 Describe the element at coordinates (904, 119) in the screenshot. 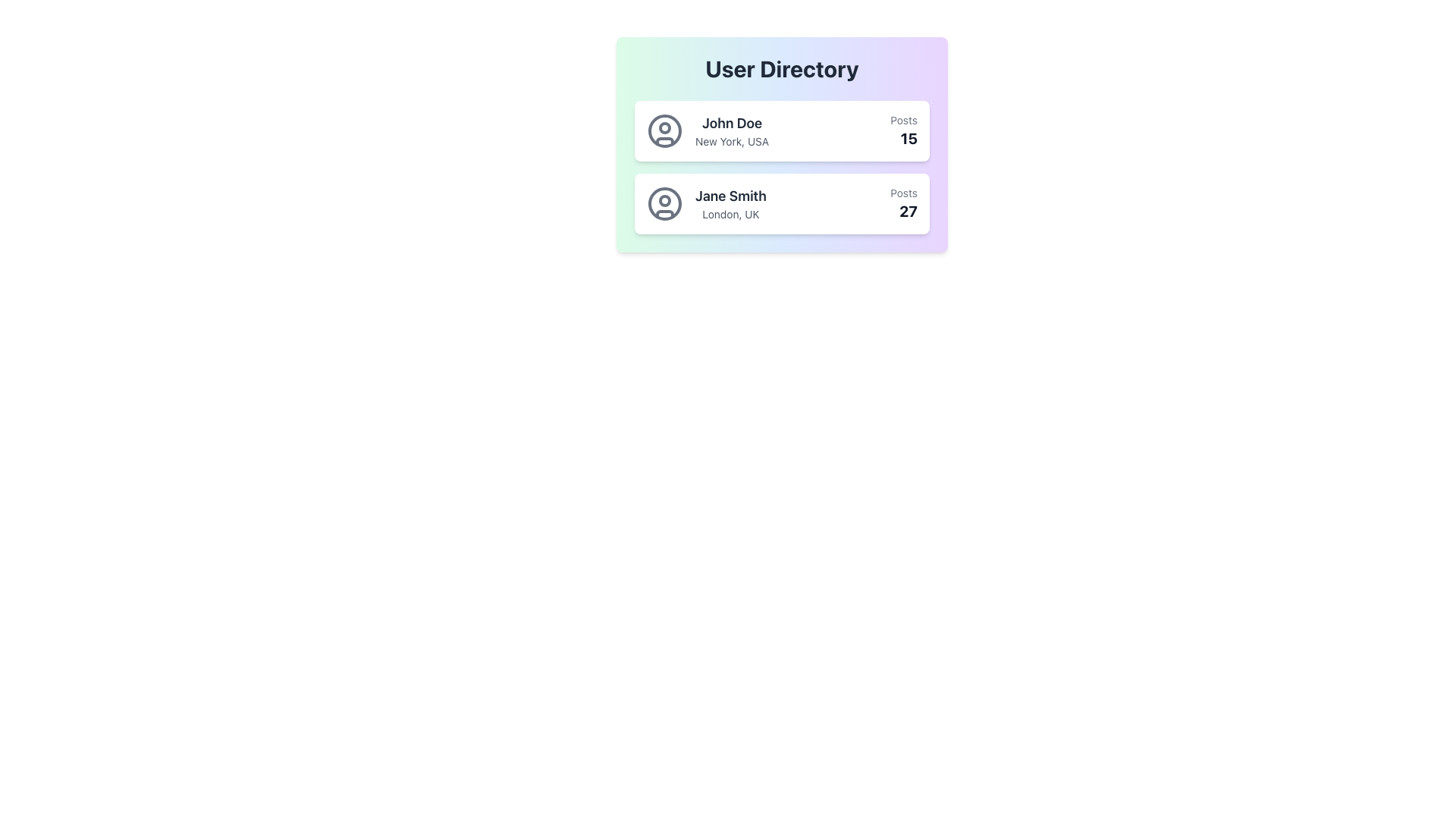

I see `the static text label displaying 'Posts' at the top-right of John Doe's user item card` at that location.